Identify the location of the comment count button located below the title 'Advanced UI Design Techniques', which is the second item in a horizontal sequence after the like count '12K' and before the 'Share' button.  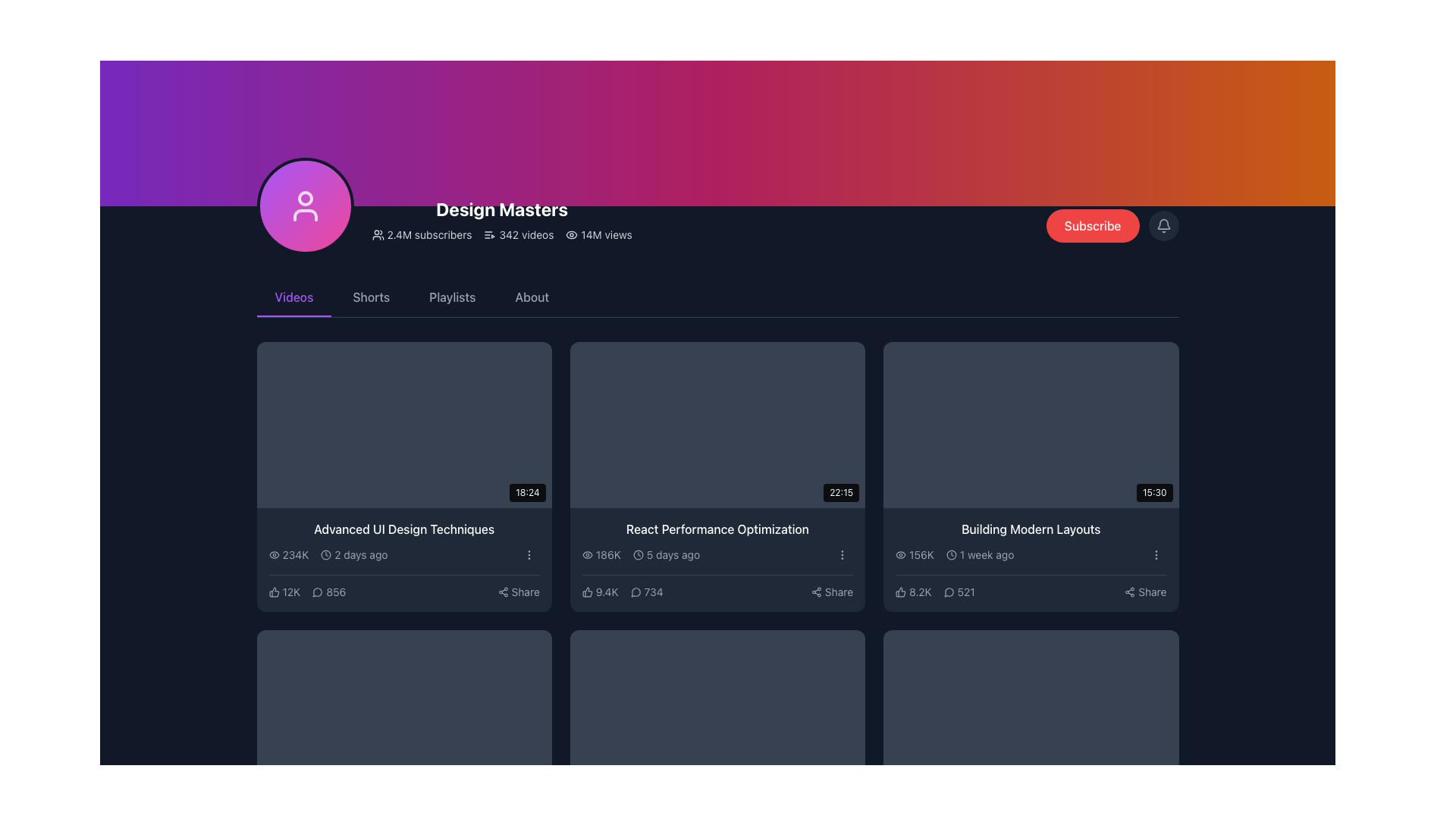
(328, 591).